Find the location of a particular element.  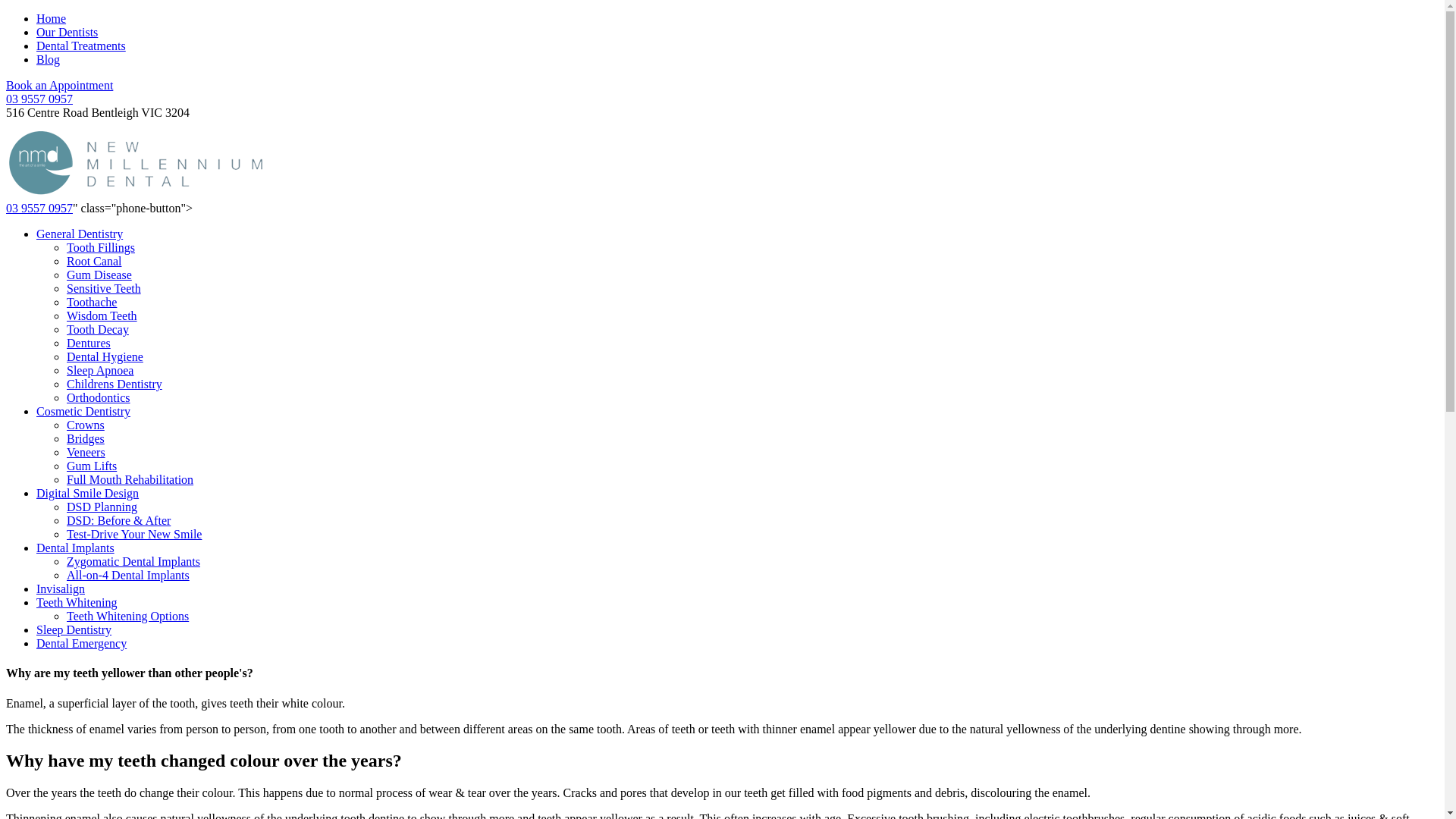

'Root Canal' is located at coordinates (93, 260).